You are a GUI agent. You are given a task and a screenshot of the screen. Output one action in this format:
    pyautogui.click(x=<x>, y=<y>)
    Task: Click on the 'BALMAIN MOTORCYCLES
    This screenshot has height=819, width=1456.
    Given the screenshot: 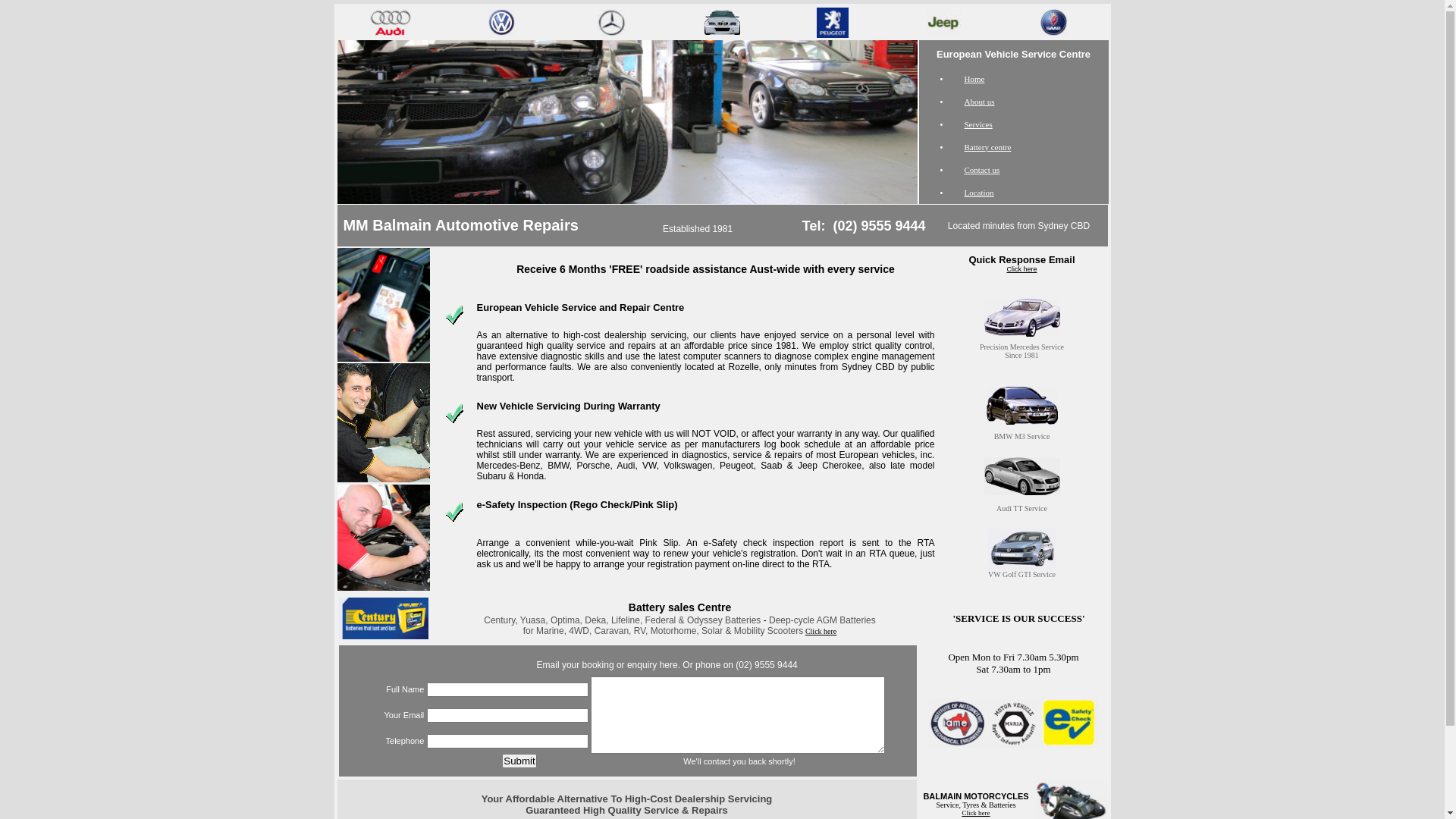 What is the action you would take?
    pyautogui.click(x=975, y=799)
    